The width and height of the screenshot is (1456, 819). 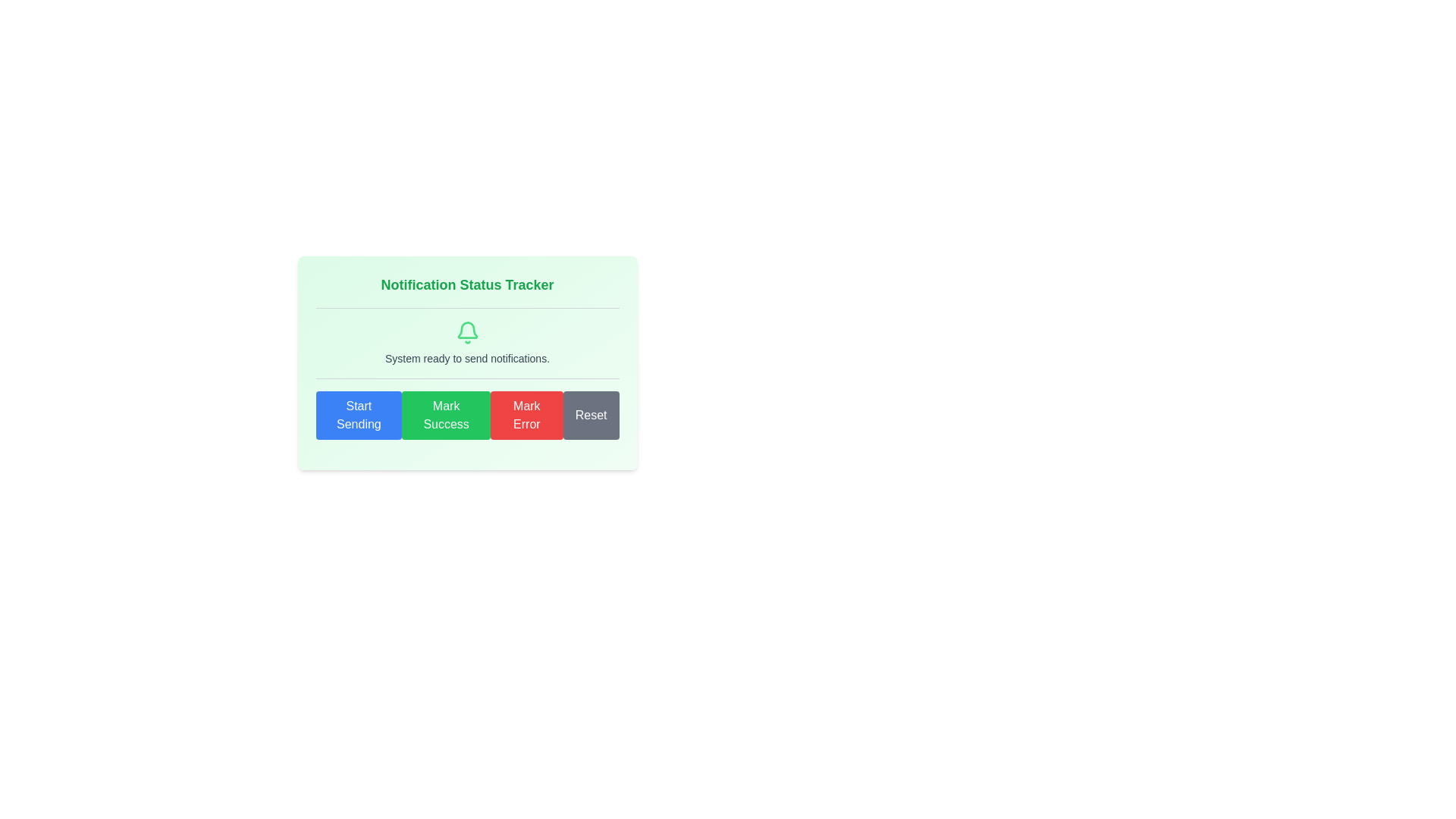 What do you see at coordinates (466, 332) in the screenshot?
I see `the notification alert icon that indicates readiness or activity related to notifications, centrally placed within the interface` at bounding box center [466, 332].